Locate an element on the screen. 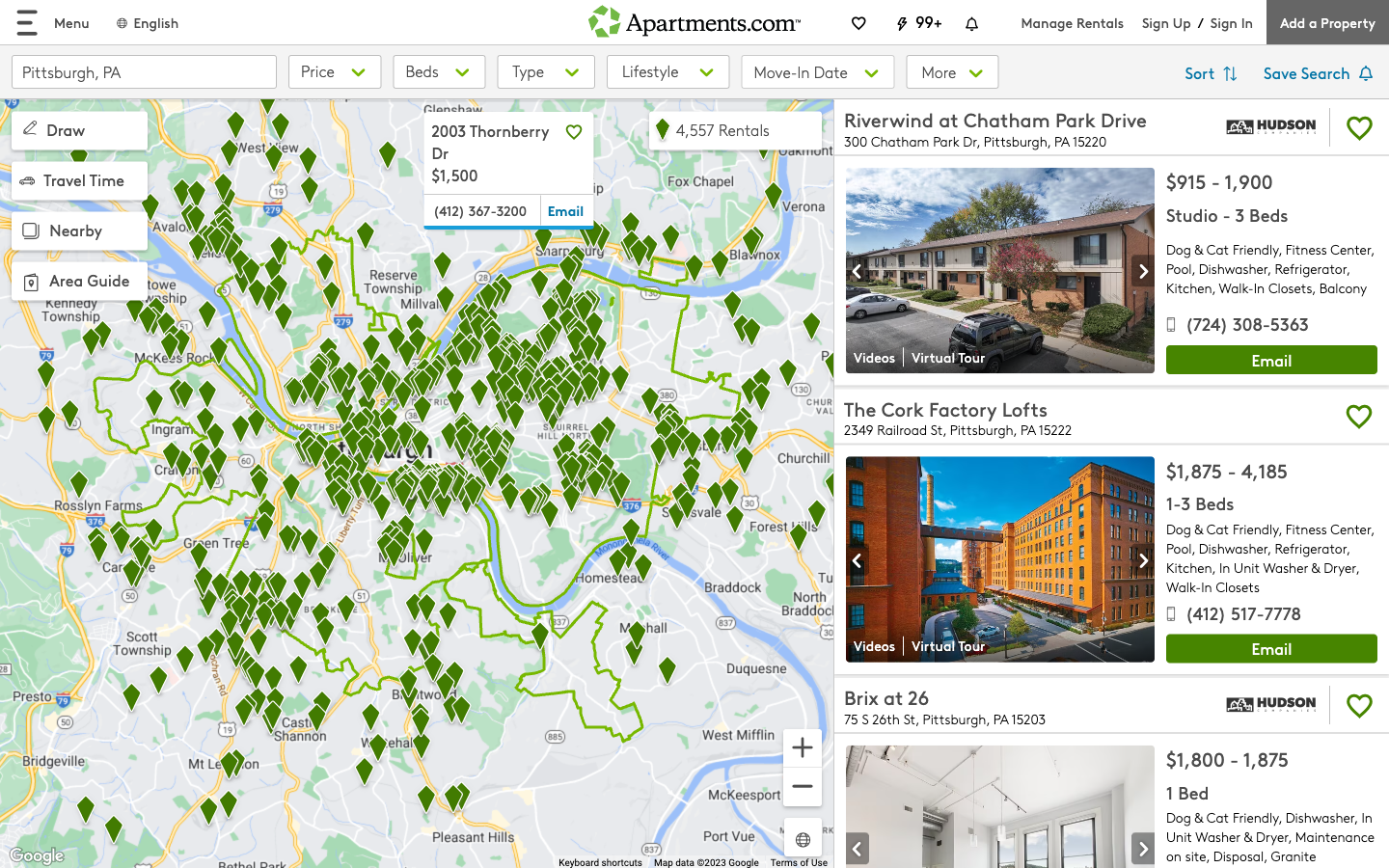 The image size is (1389, 868). sign in is located at coordinates (1231, 21).